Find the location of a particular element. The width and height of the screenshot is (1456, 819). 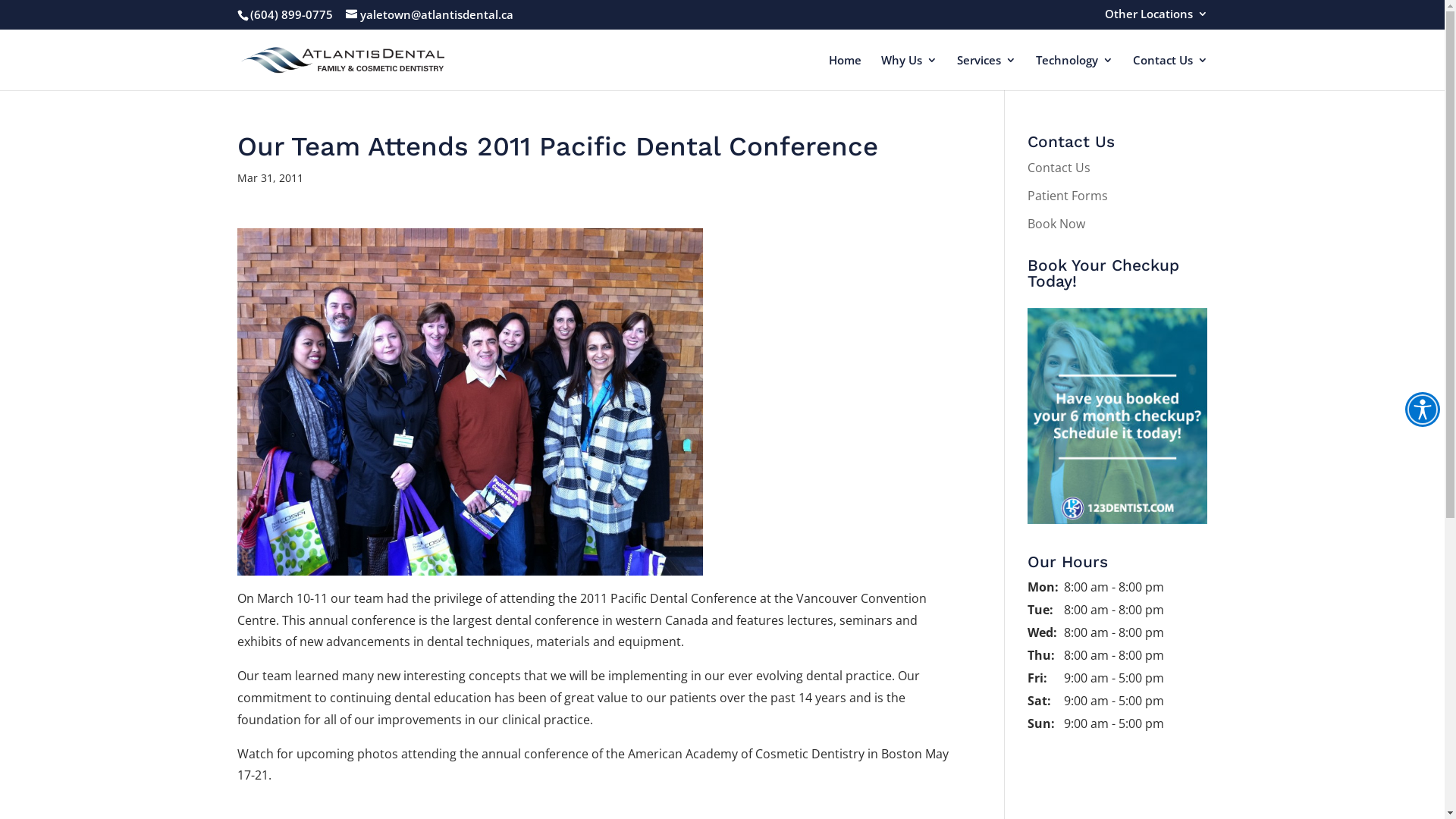

'Why Us' is located at coordinates (880, 72).